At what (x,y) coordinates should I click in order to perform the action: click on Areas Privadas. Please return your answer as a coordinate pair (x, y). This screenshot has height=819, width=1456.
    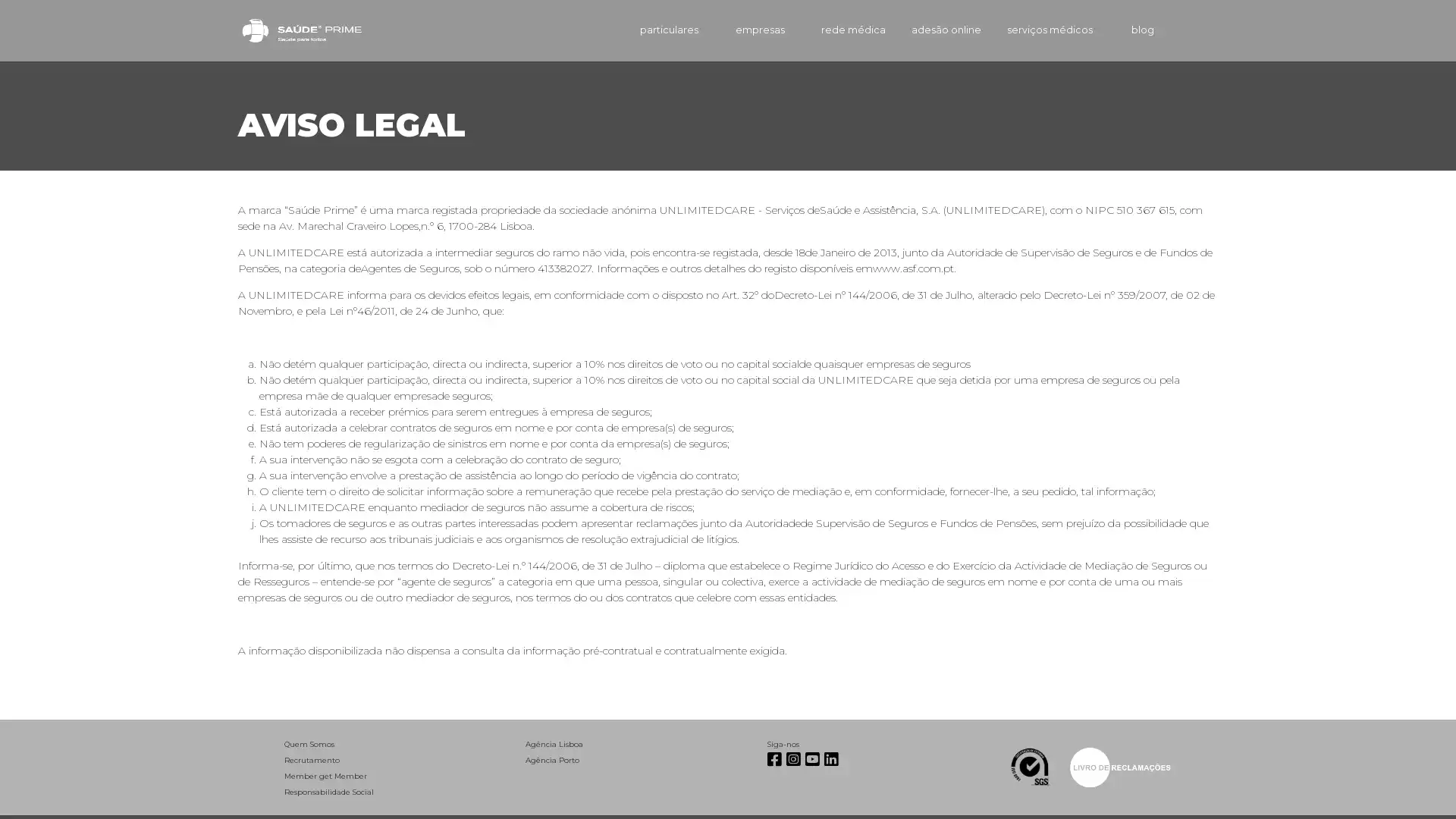
    Looking at the image, I should click on (1197, 30).